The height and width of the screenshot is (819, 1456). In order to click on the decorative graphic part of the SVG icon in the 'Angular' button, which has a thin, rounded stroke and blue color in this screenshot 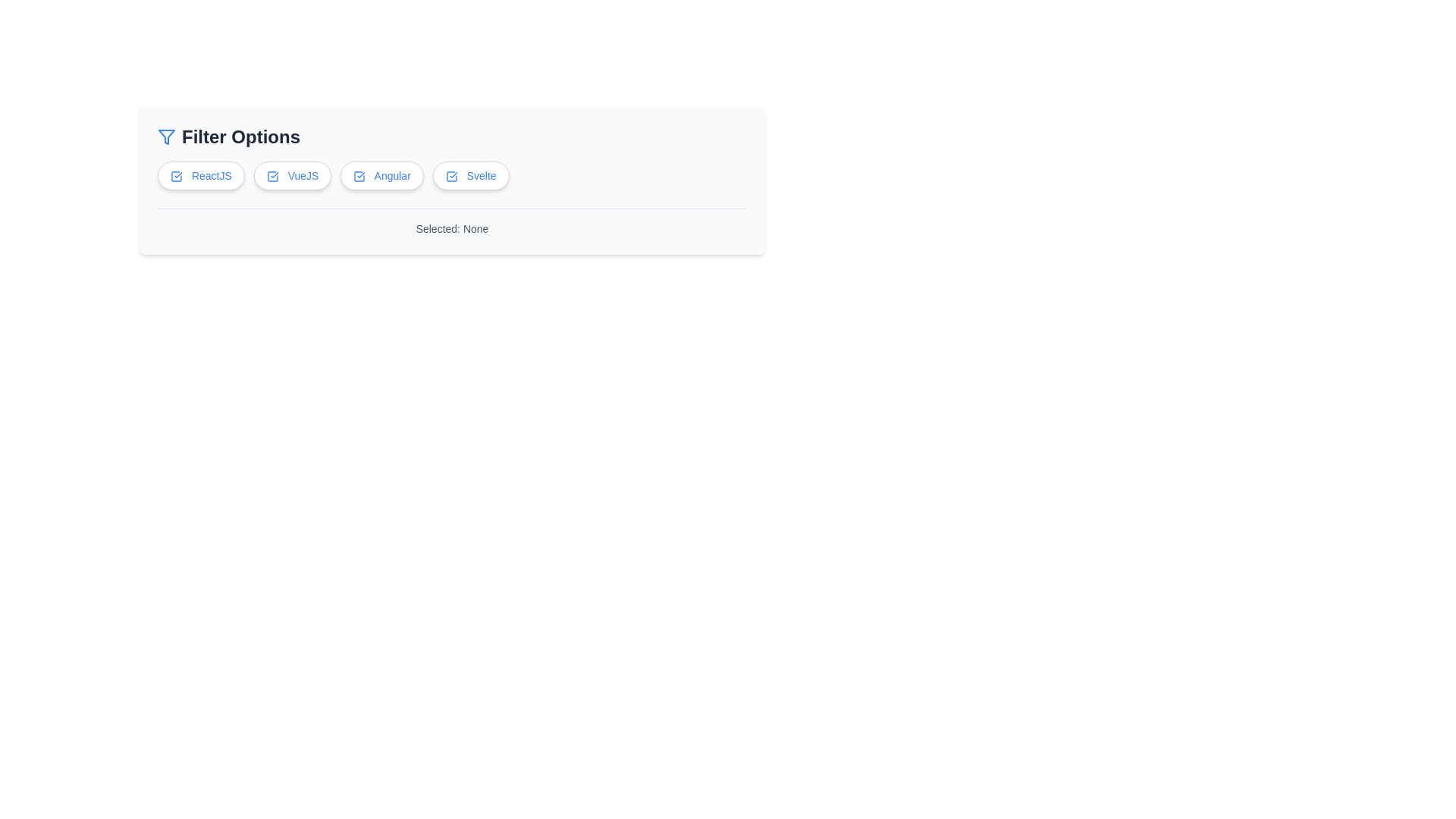, I will do `click(359, 176)`.